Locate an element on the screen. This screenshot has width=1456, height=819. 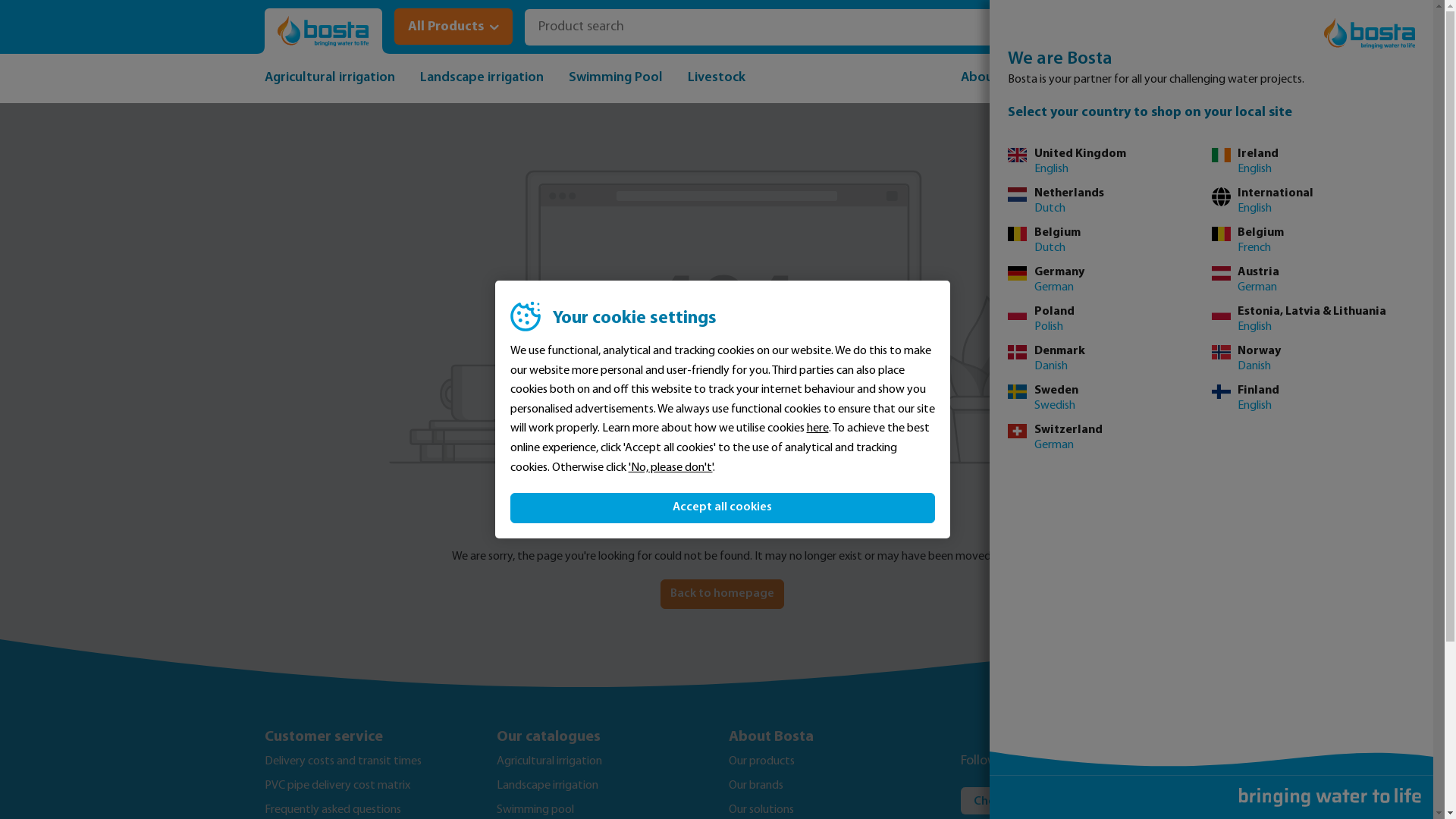
'Finland is located at coordinates (1313, 397).